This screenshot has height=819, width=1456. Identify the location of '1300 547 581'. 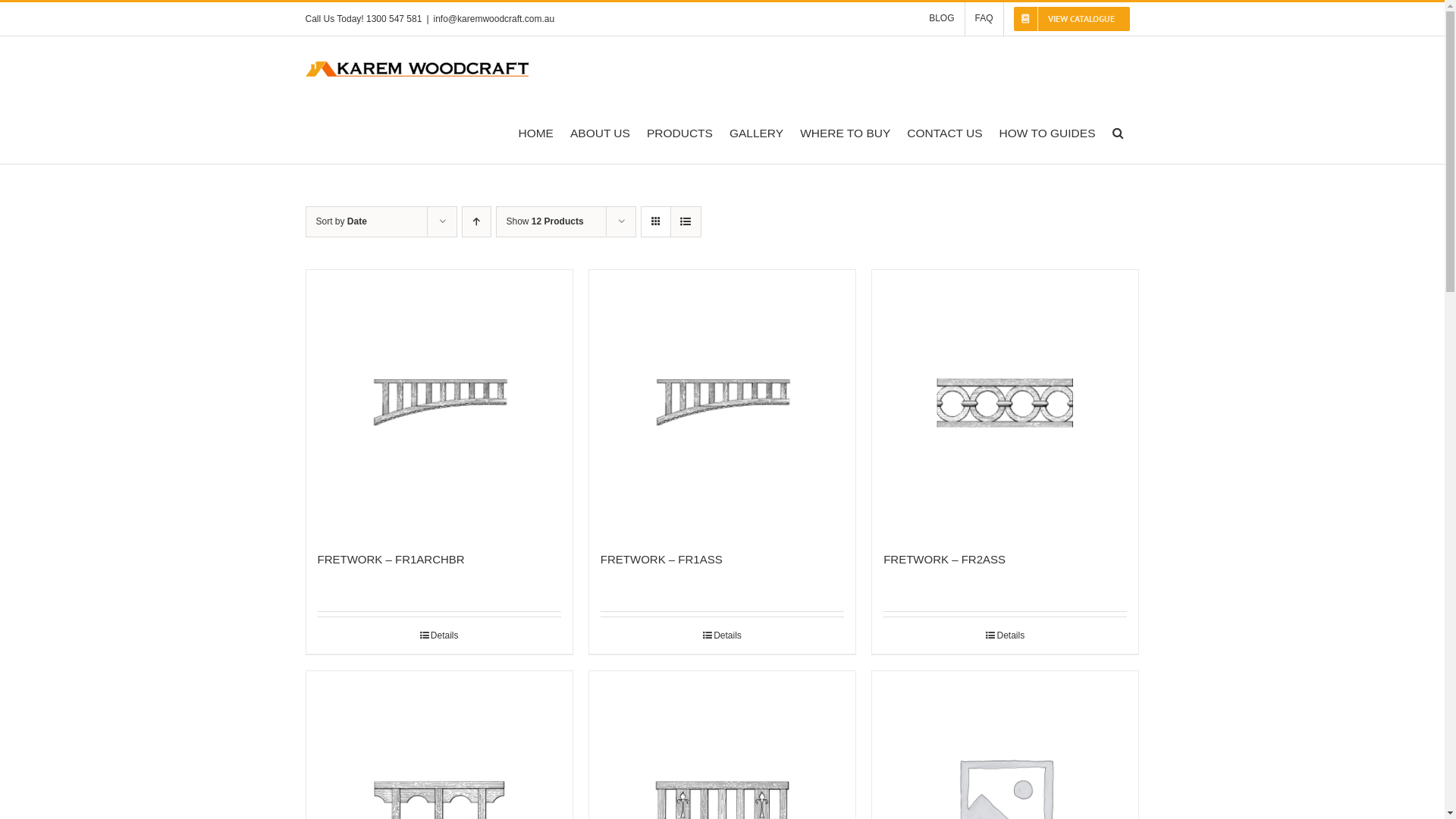
(394, 18).